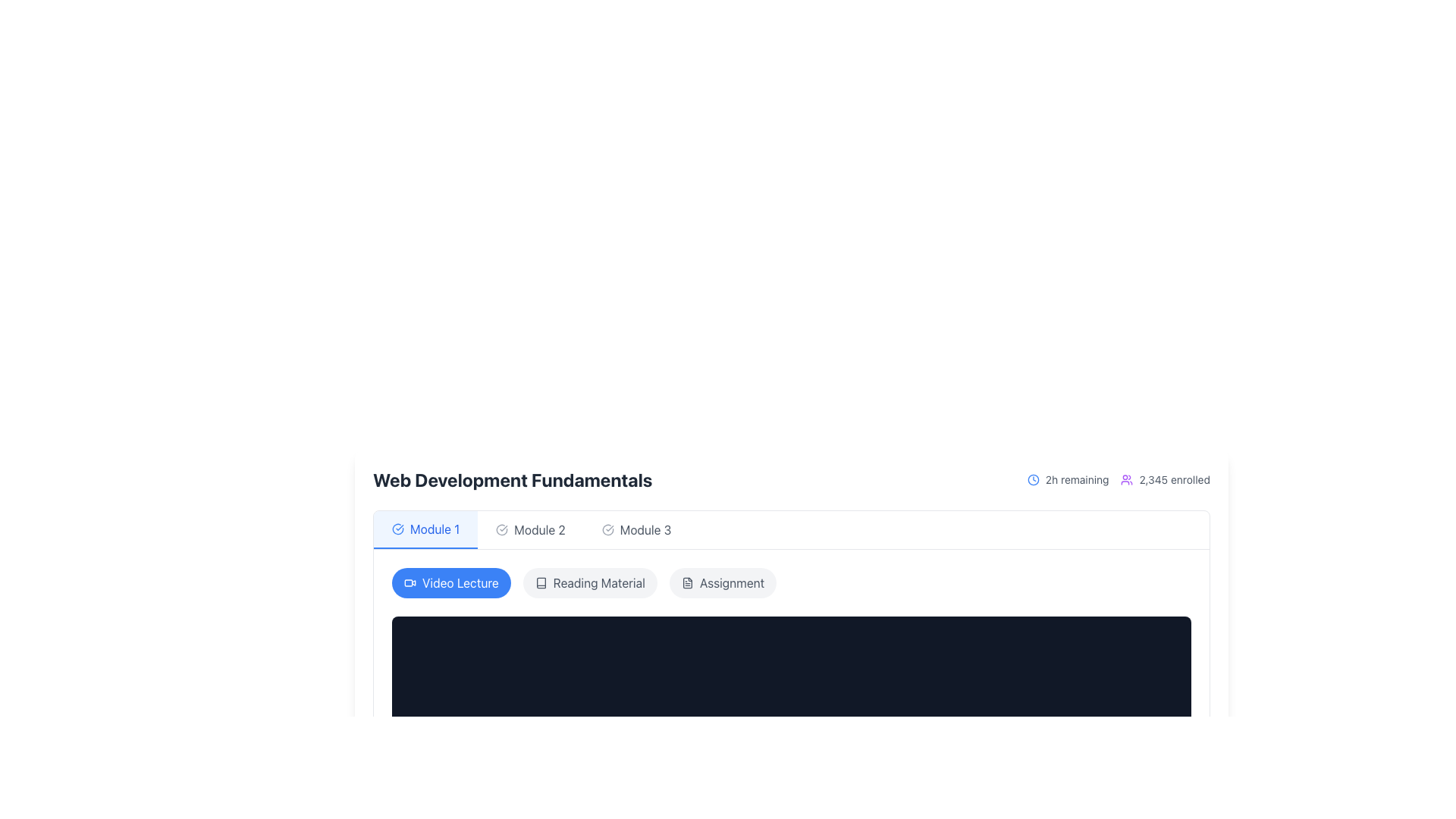 This screenshot has width=1456, height=819. I want to click on the decorative icon representing the 'Reading Material' option within the interface, which is located to the left of the 'Reading Material' label, so click(541, 582).